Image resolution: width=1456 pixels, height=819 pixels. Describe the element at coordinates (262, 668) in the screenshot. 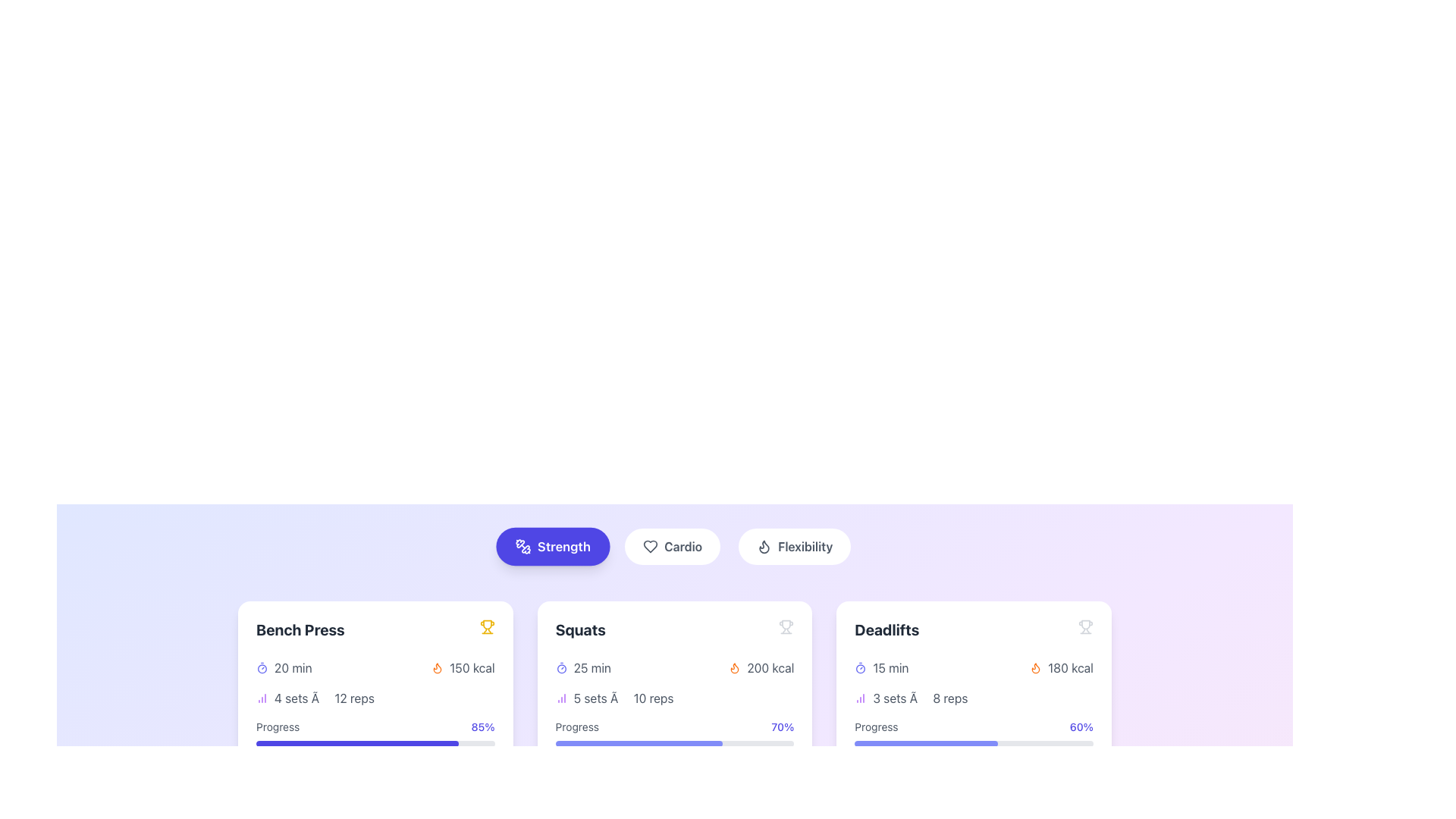

I see `the circular part of the timer icon, which is visually represented and located near the 'Strength' category button` at that location.